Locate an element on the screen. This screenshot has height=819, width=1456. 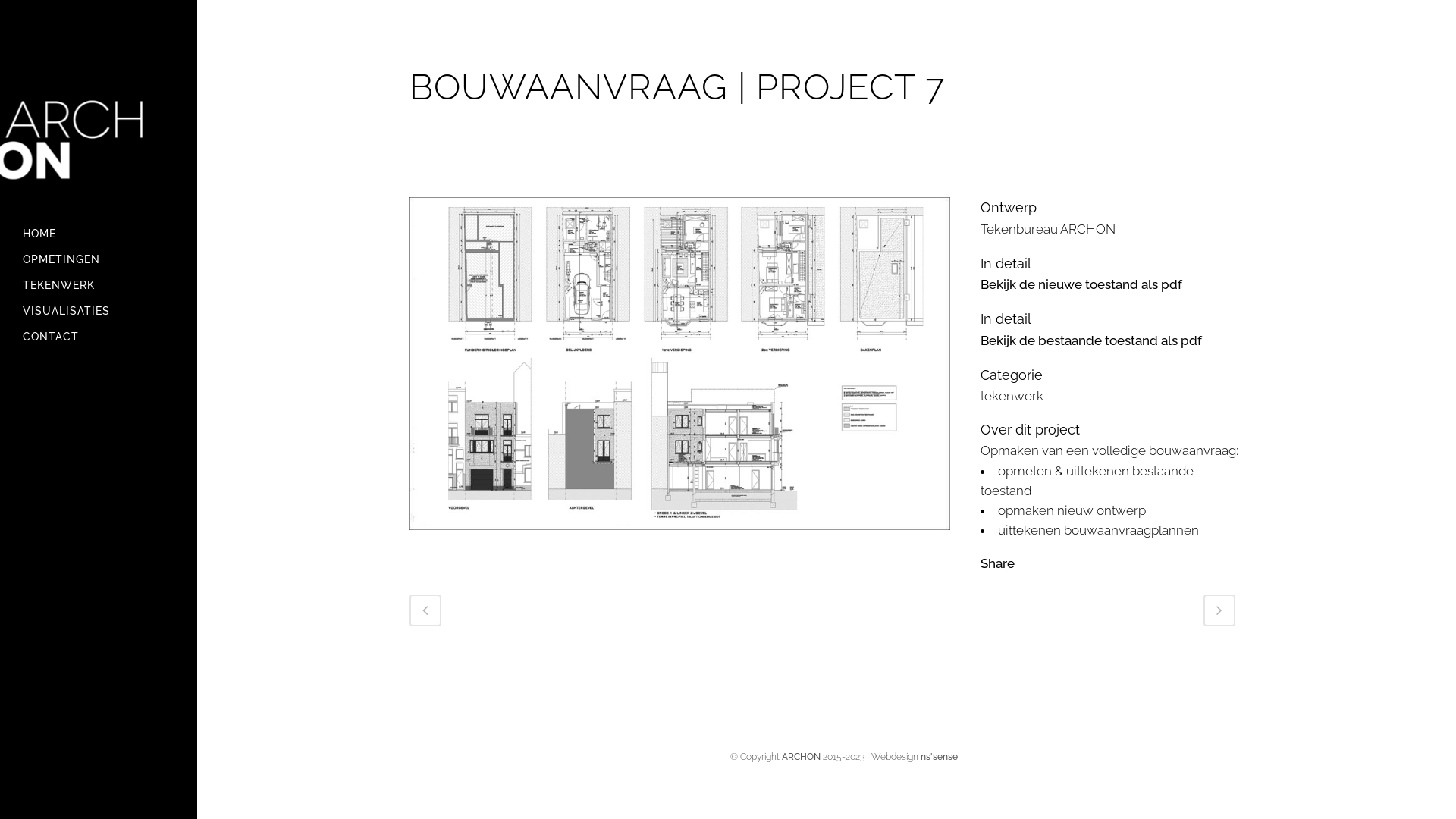
'HOME' is located at coordinates (97, 234).